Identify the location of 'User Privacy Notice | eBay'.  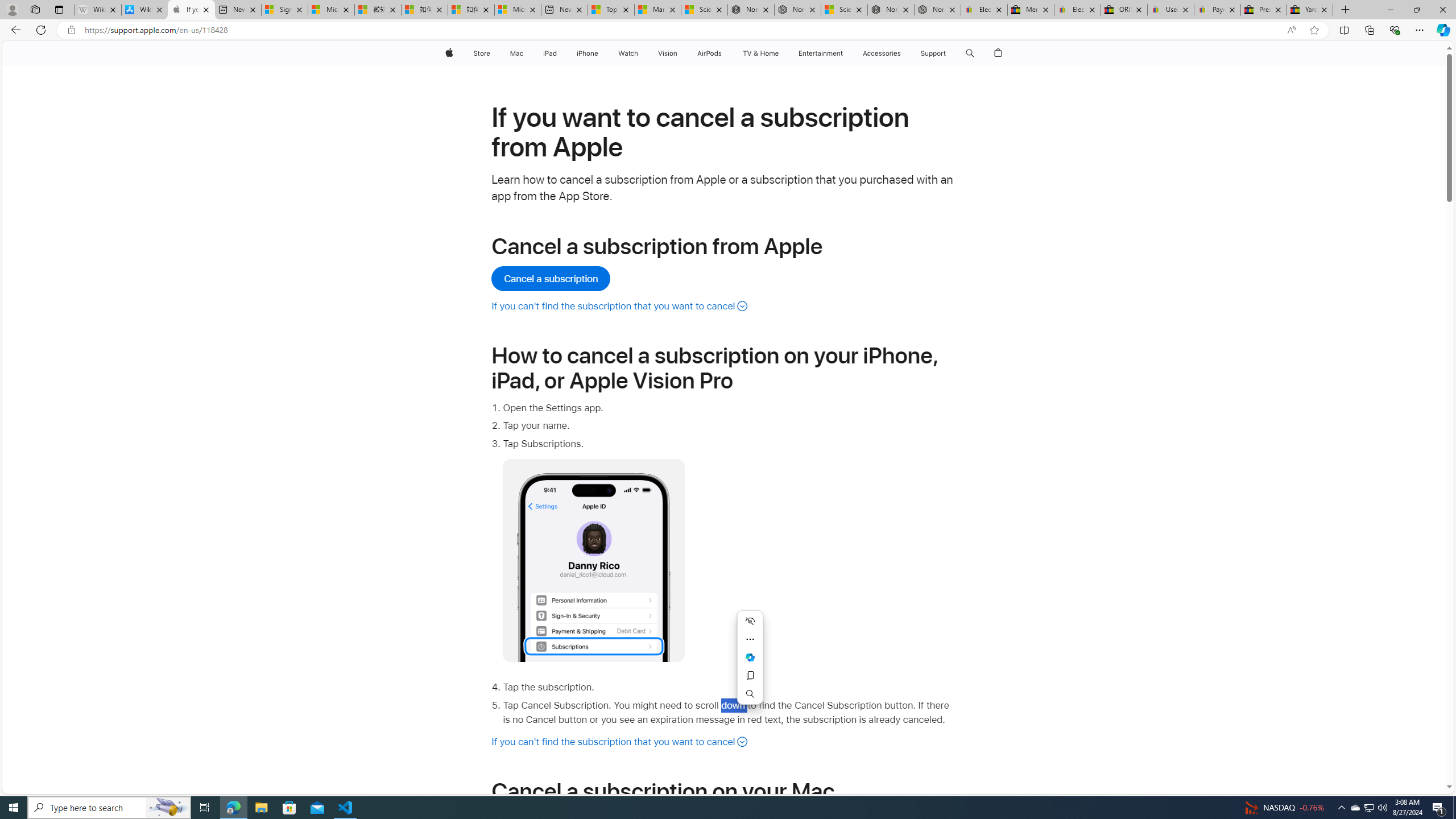
(1170, 9).